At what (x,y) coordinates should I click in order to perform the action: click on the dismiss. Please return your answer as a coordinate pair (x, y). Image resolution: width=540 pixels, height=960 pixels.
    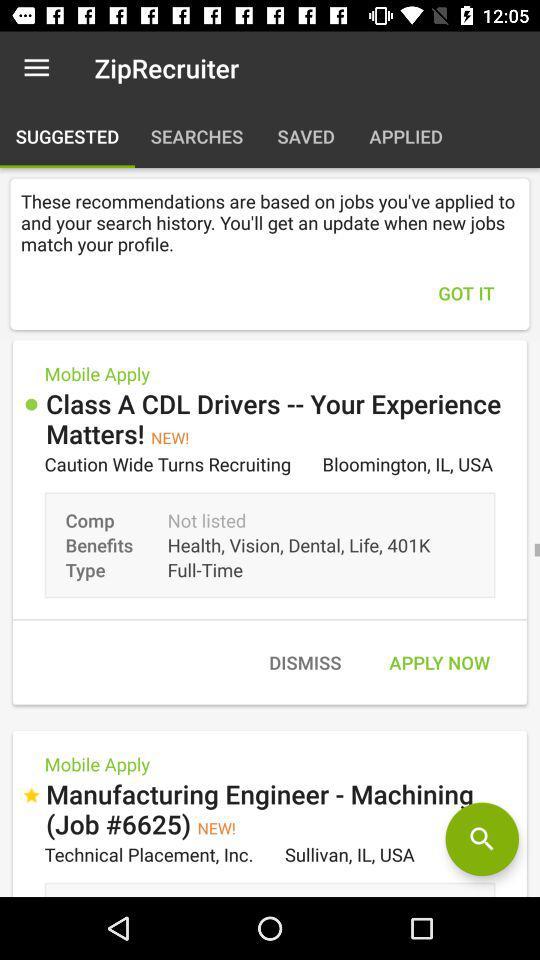
    Looking at the image, I should click on (305, 662).